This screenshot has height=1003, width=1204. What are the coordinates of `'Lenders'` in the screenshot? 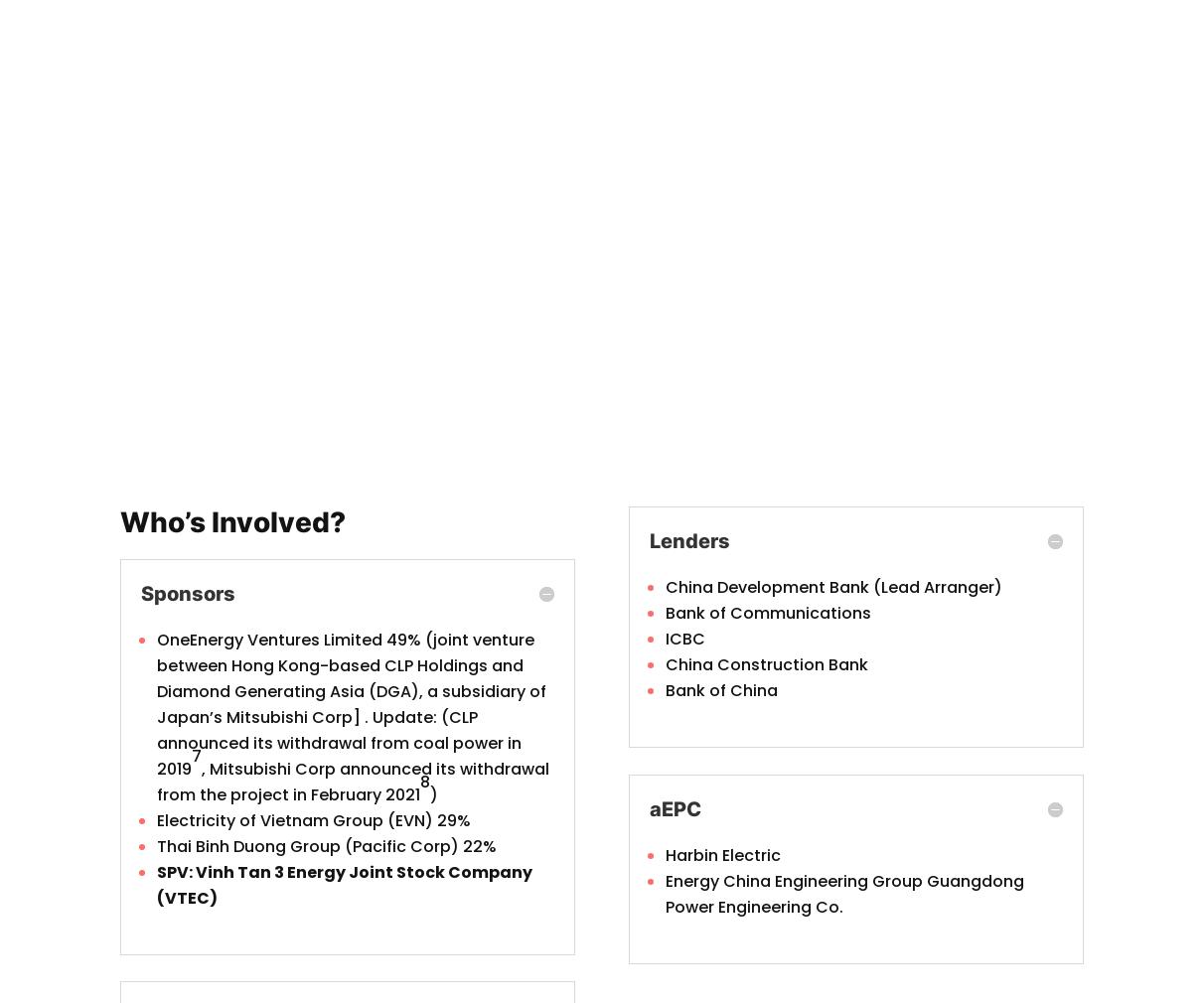 It's located at (688, 539).